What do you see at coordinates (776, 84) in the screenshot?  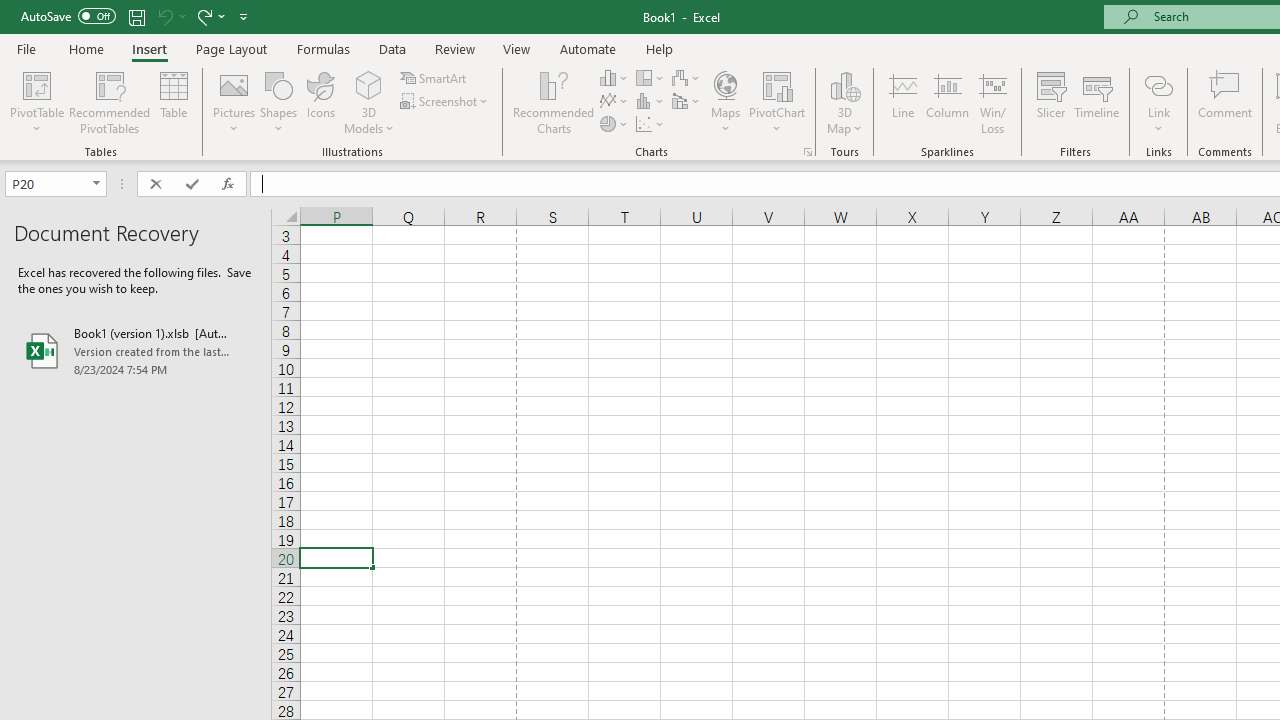 I see `'PivotChart'` at bounding box center [776, 84].